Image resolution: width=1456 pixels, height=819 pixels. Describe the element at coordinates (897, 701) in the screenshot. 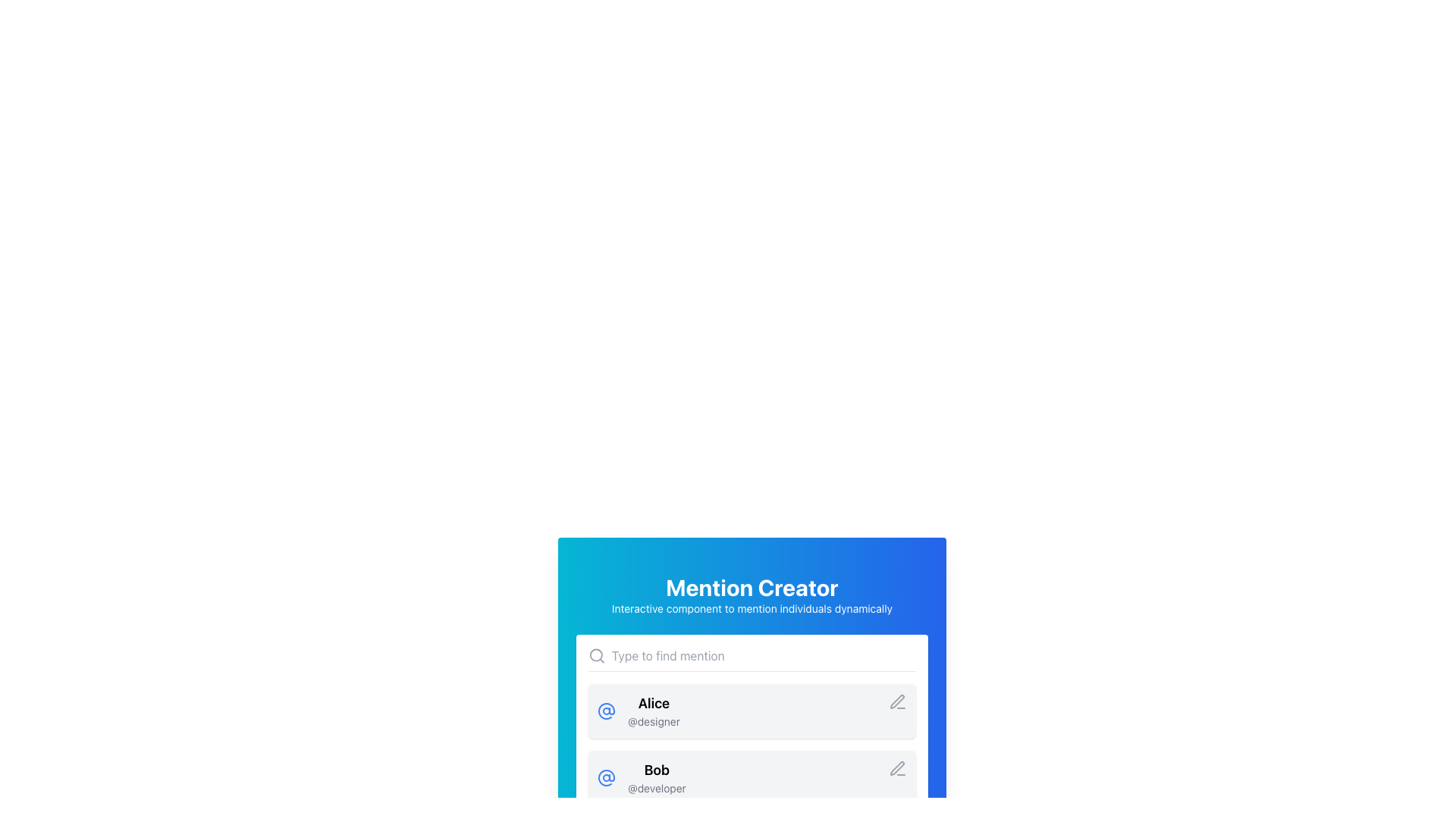

I see `the small pencil icon button located in the right section of the row labeled 'Bob' to initiate editing` at that location.